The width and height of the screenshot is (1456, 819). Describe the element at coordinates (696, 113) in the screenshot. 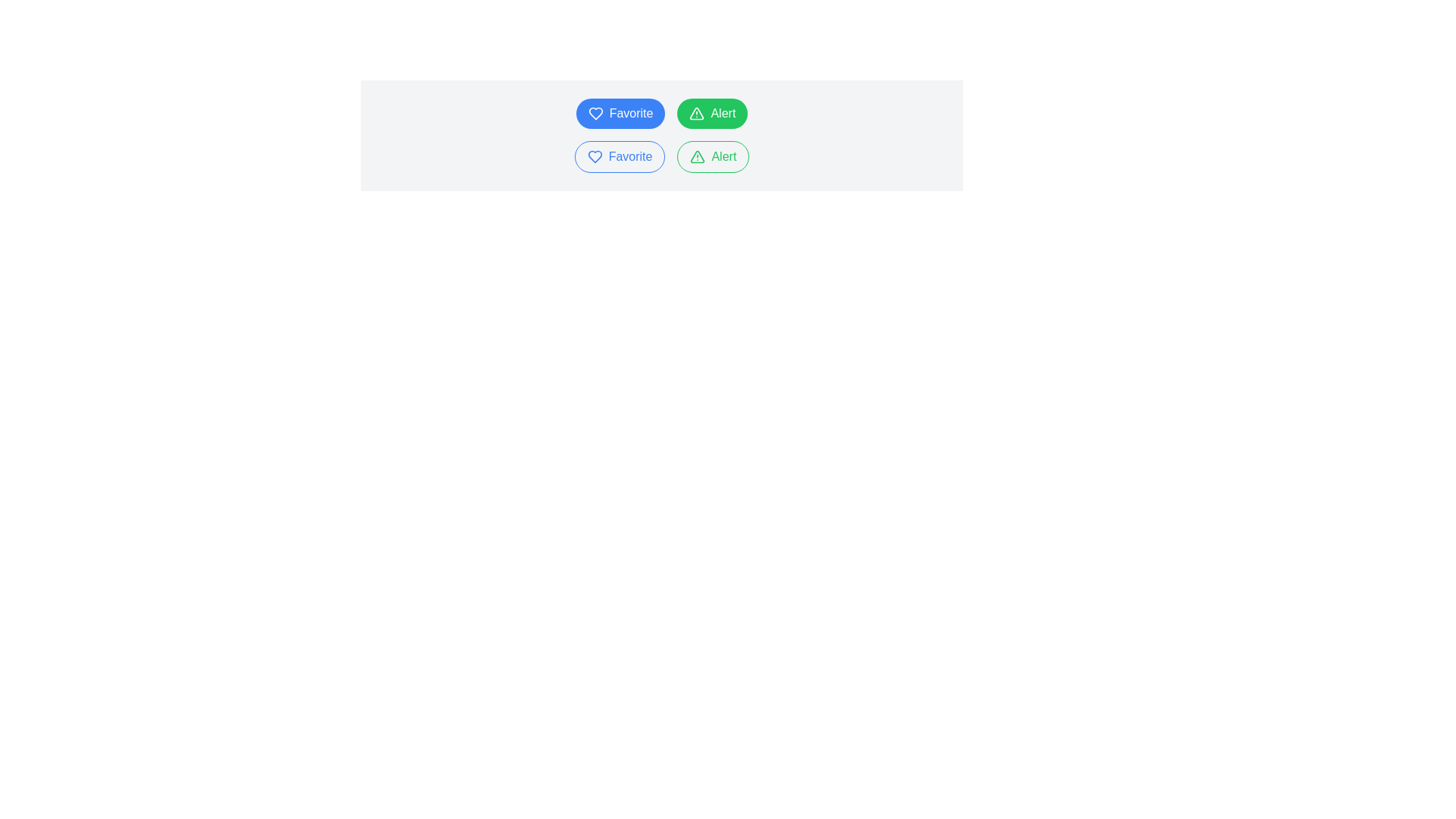

I see `the 'Alert' button which contains the alert icon, located in the top-right corner of the interface` at that location.